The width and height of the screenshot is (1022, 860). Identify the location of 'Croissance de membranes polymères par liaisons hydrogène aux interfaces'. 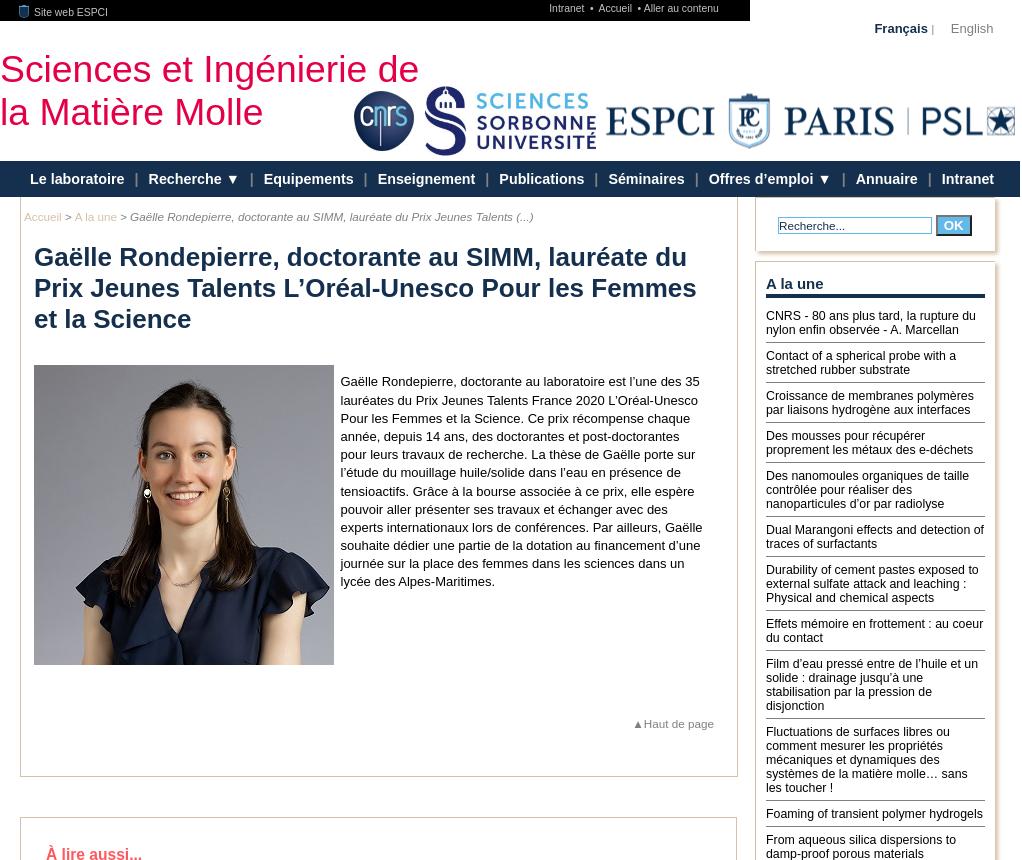
(869, 400).